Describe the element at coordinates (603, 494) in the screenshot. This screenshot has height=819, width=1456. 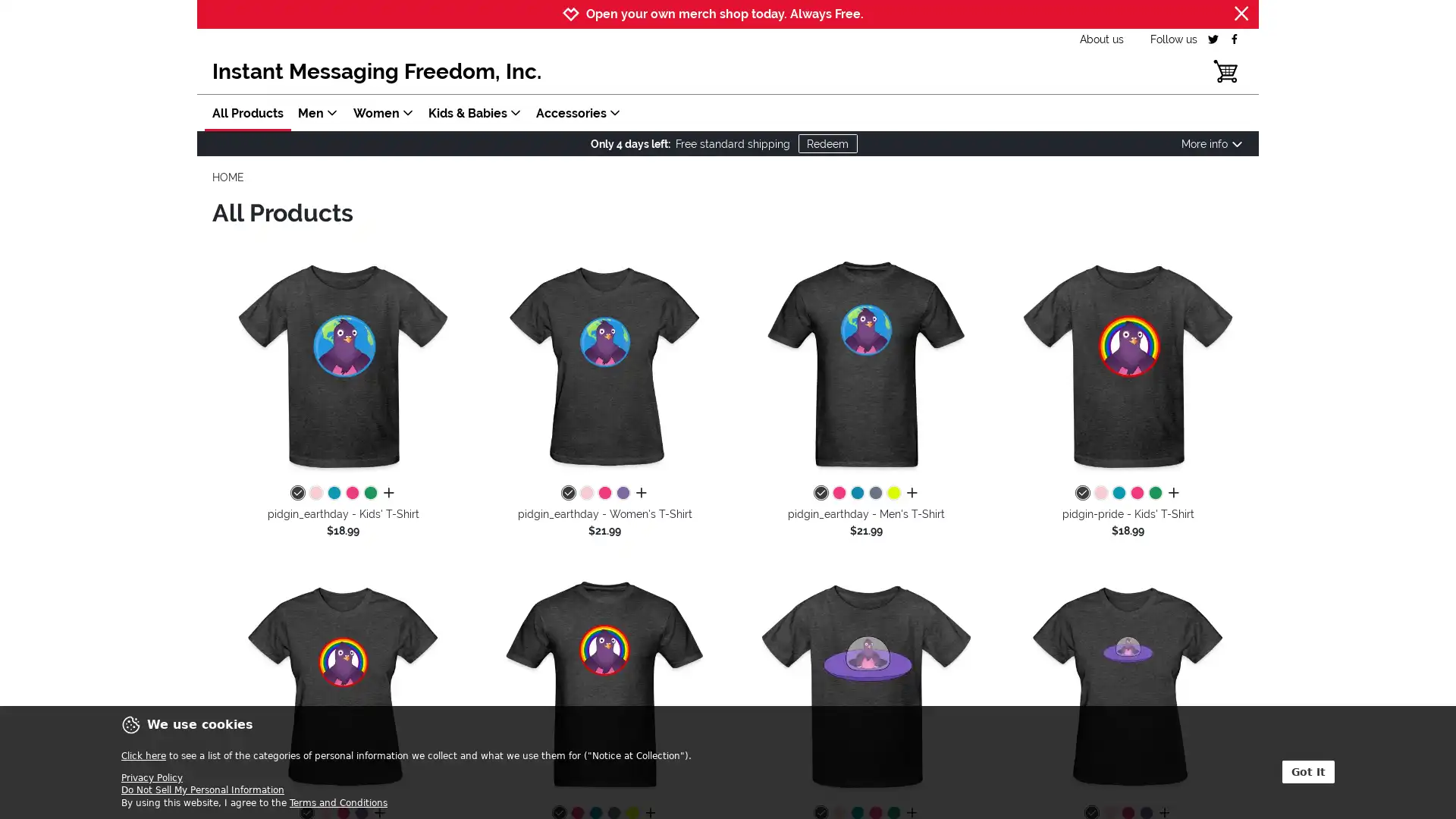
I see `fuchsia` at that location.